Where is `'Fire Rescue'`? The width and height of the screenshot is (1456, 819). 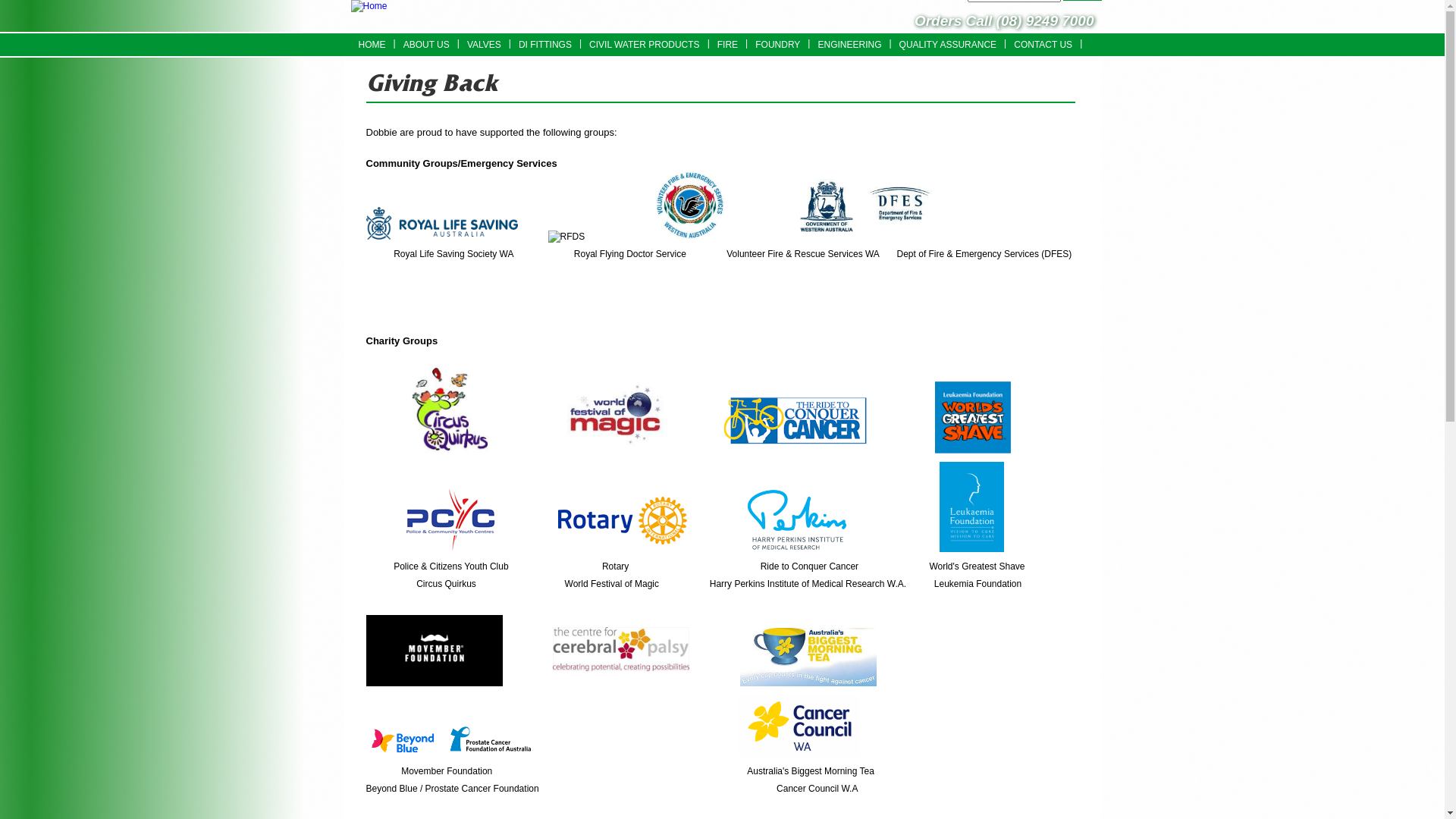 'Fire Rescue' is located at coordinates (689, 205).